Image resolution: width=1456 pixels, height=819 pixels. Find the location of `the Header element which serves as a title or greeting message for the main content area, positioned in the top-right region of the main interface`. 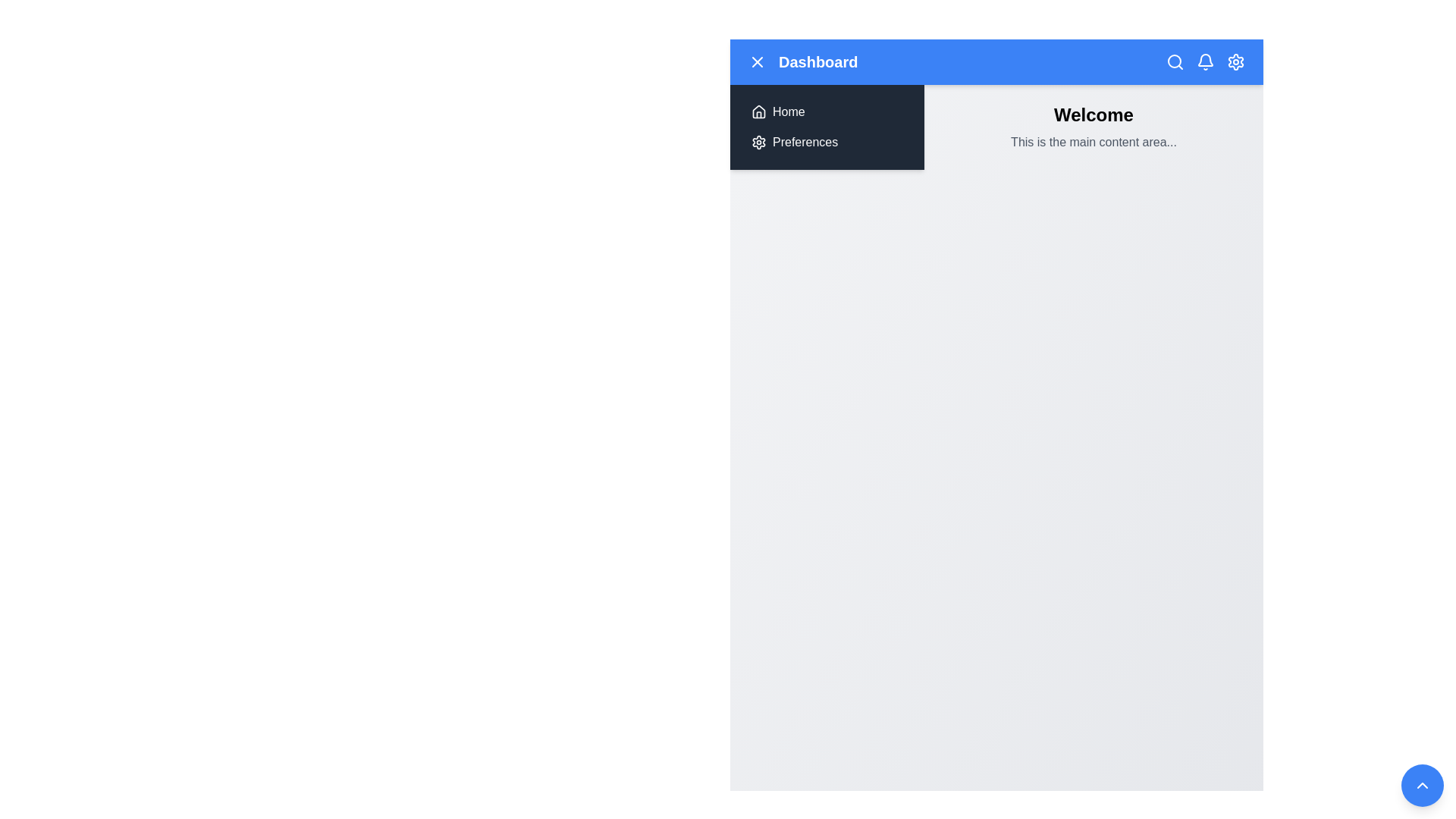

the Header element which serves as a title or greeting message for the main content area, positioned in the top-right region of the main interface is located at coordinates (1094, 114).